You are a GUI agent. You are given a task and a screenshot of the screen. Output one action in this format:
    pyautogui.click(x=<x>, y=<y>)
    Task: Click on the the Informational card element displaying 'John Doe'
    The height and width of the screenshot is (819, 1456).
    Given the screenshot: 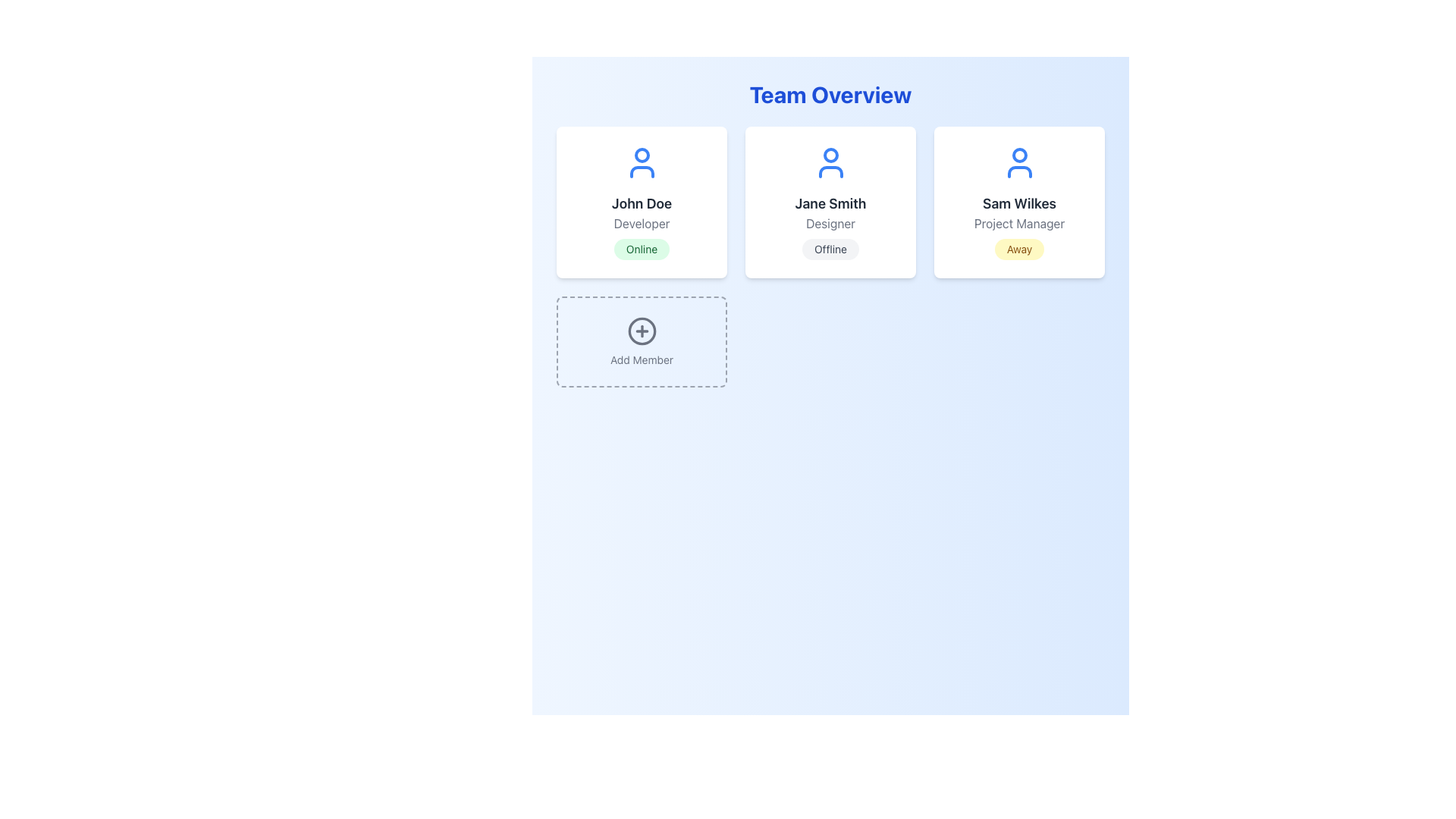 What is the action you would take?
    pyautogui.click(x=642, y=201)
    